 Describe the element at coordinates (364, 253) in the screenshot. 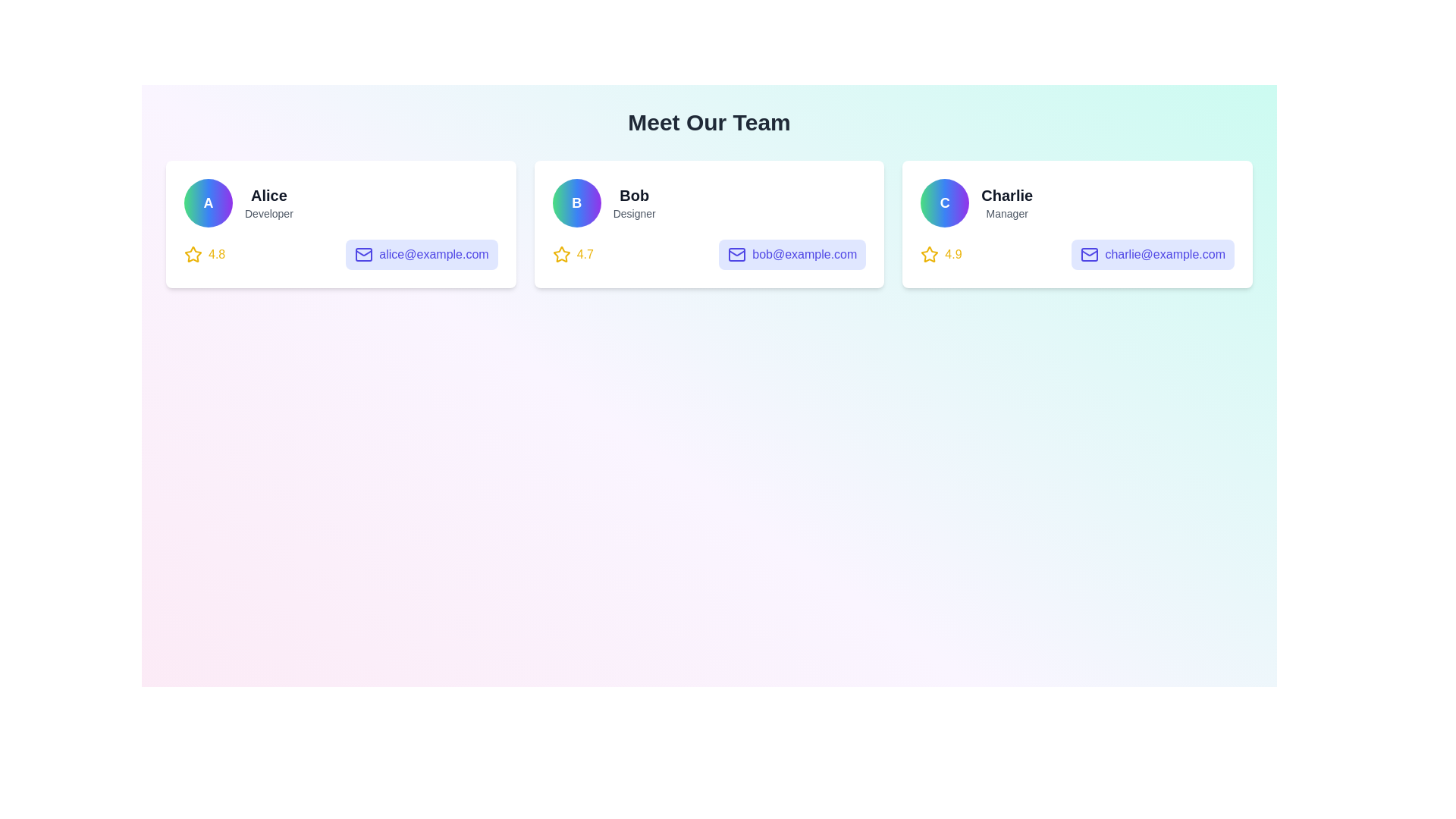

I see `the inner diagonal line forming the 'V' shape in the envelope icon located in the second card of the 'Meet Our Team' section, adjacent to the text 'bob@example.com'` at that location.